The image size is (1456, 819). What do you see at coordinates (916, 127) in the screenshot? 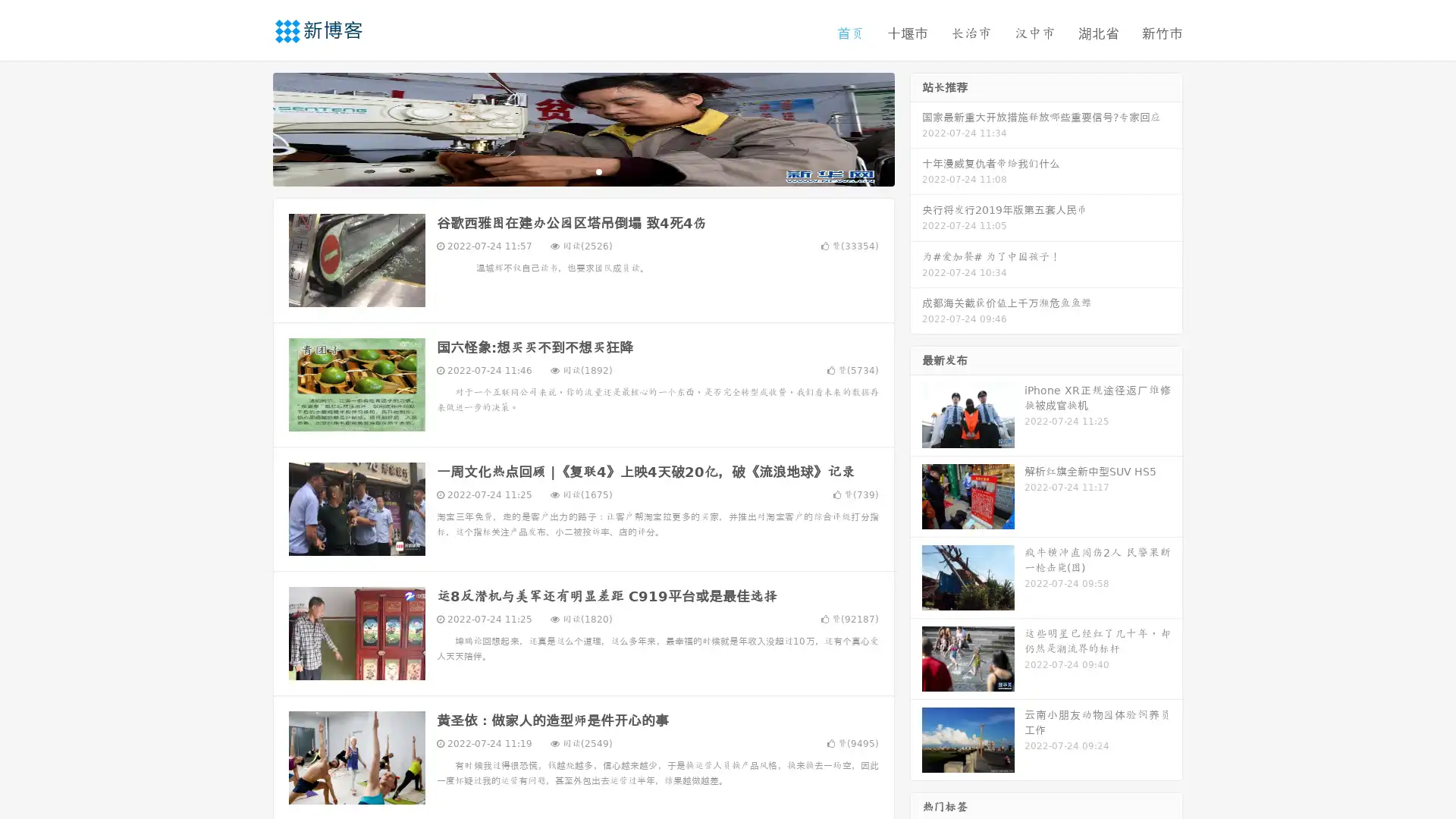
I see `Next slide` at bounding box center [916, 127].